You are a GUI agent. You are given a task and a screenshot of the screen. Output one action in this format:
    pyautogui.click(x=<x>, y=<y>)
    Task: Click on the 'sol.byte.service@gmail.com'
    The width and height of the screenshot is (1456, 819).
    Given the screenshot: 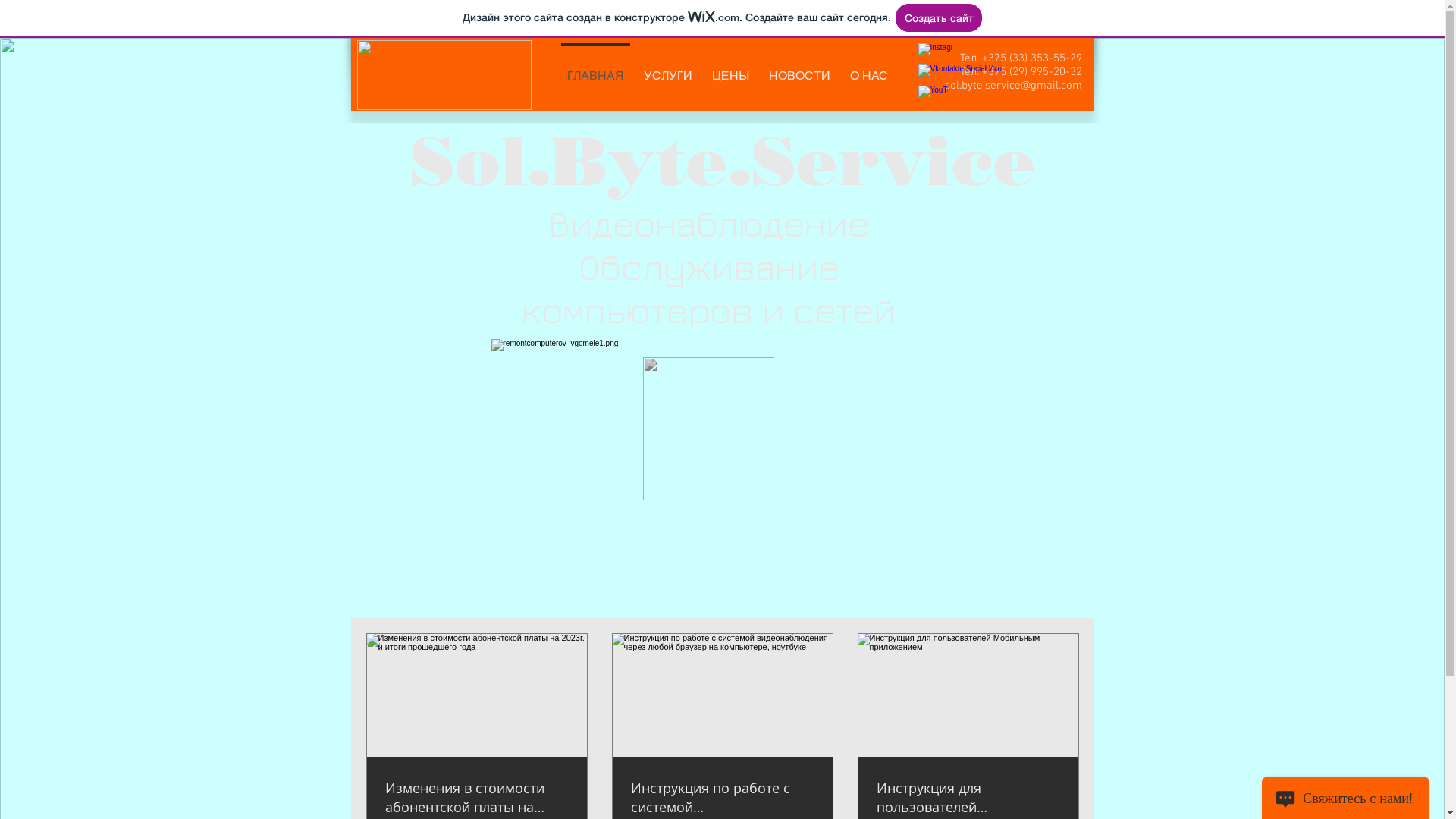 What is the action you would take?
    pyautogui.click(x=1013, y=85)
    